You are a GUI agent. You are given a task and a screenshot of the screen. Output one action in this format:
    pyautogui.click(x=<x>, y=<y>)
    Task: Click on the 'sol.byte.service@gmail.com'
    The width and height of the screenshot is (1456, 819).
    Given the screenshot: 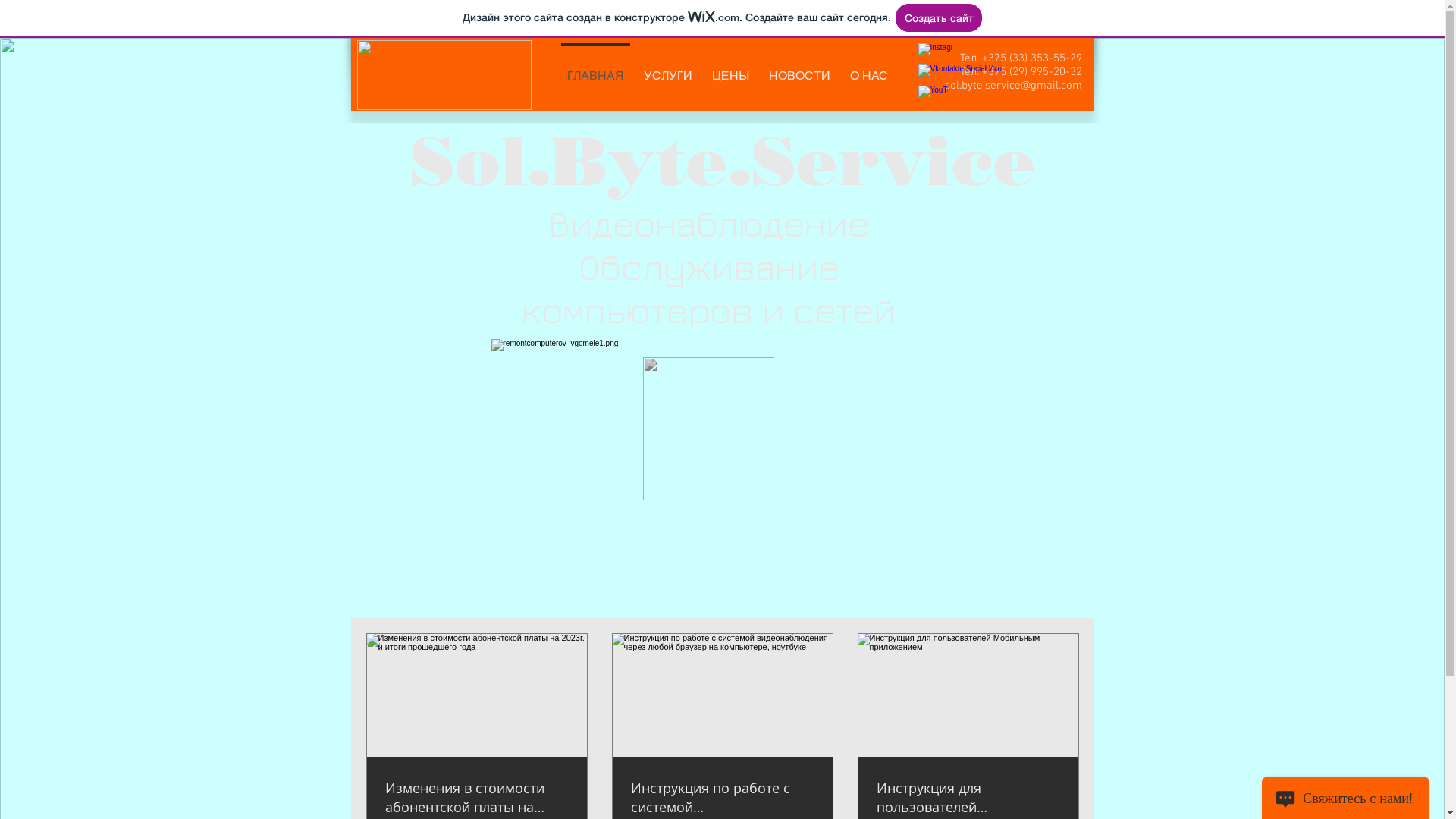 What is the action you would take?
    pyautogui.click(x=1013, y=85)
    